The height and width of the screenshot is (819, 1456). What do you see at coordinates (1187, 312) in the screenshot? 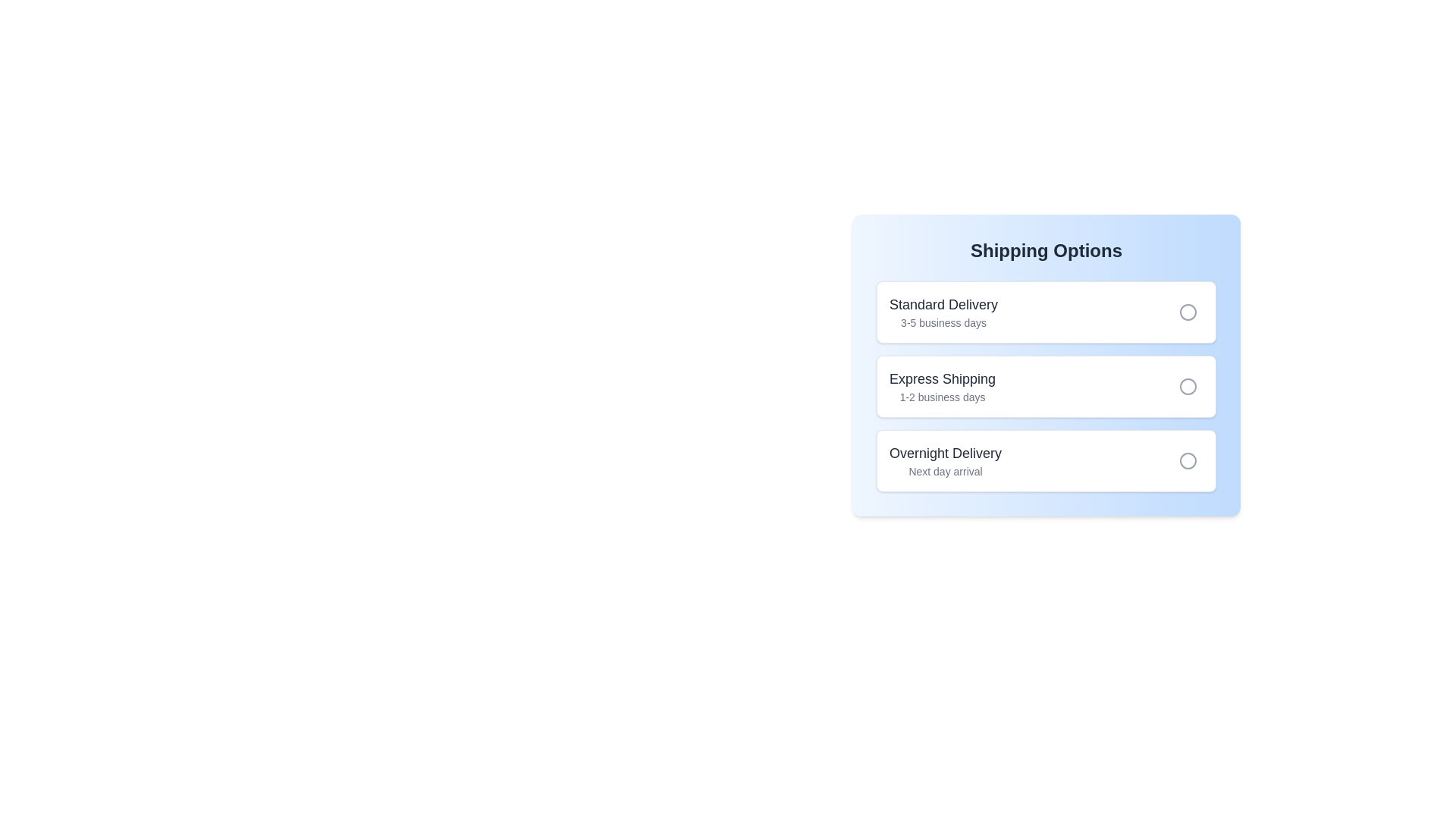
I see `the radio button` at bounding box center [1187, 312].